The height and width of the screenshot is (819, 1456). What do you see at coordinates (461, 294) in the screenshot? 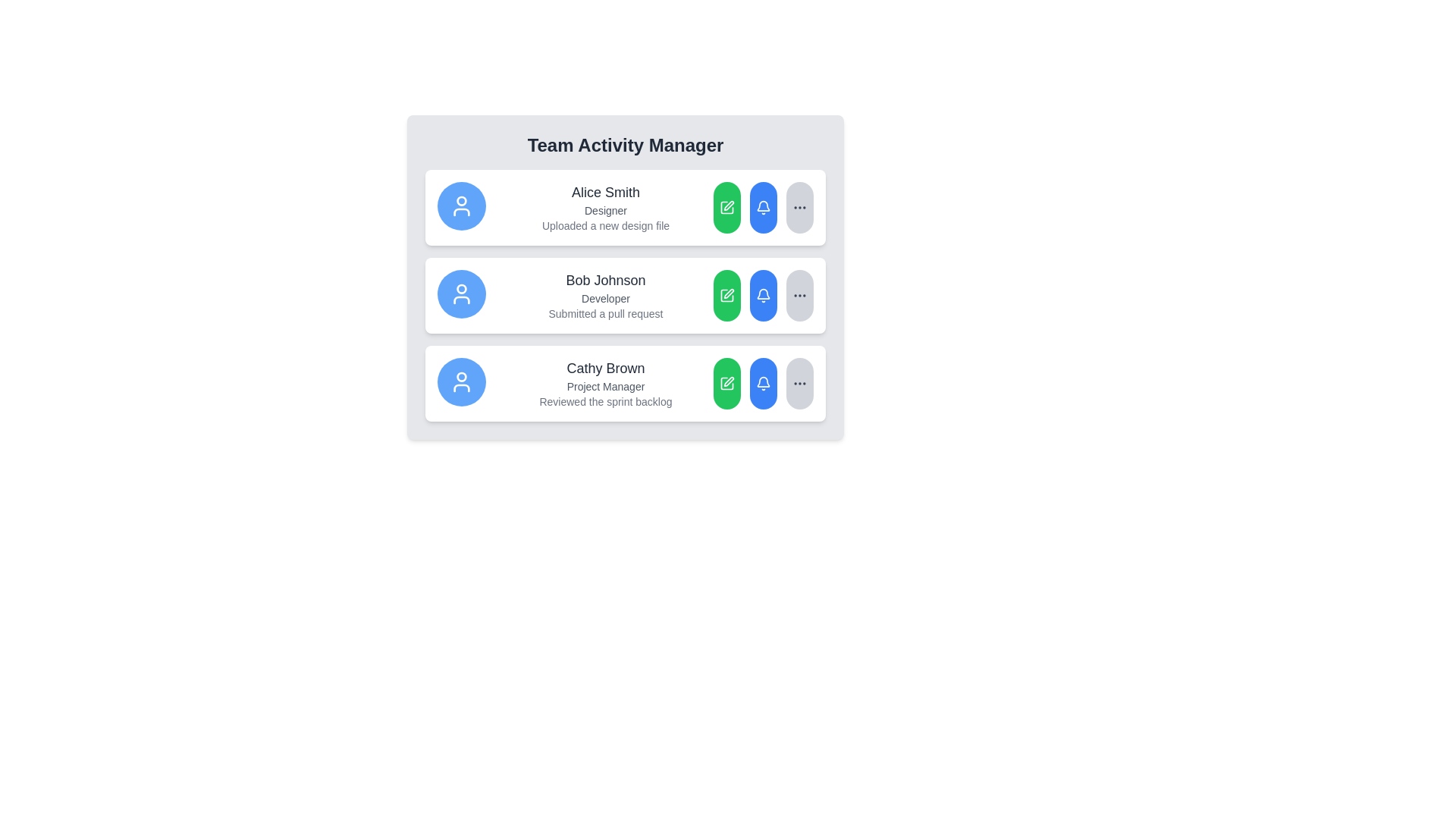
I see `the user avatar icon for Bob Johnson, which is a circular blue icon with a white user silhouette, located within the second entry of the user card list` at bounding box center [461, 294].